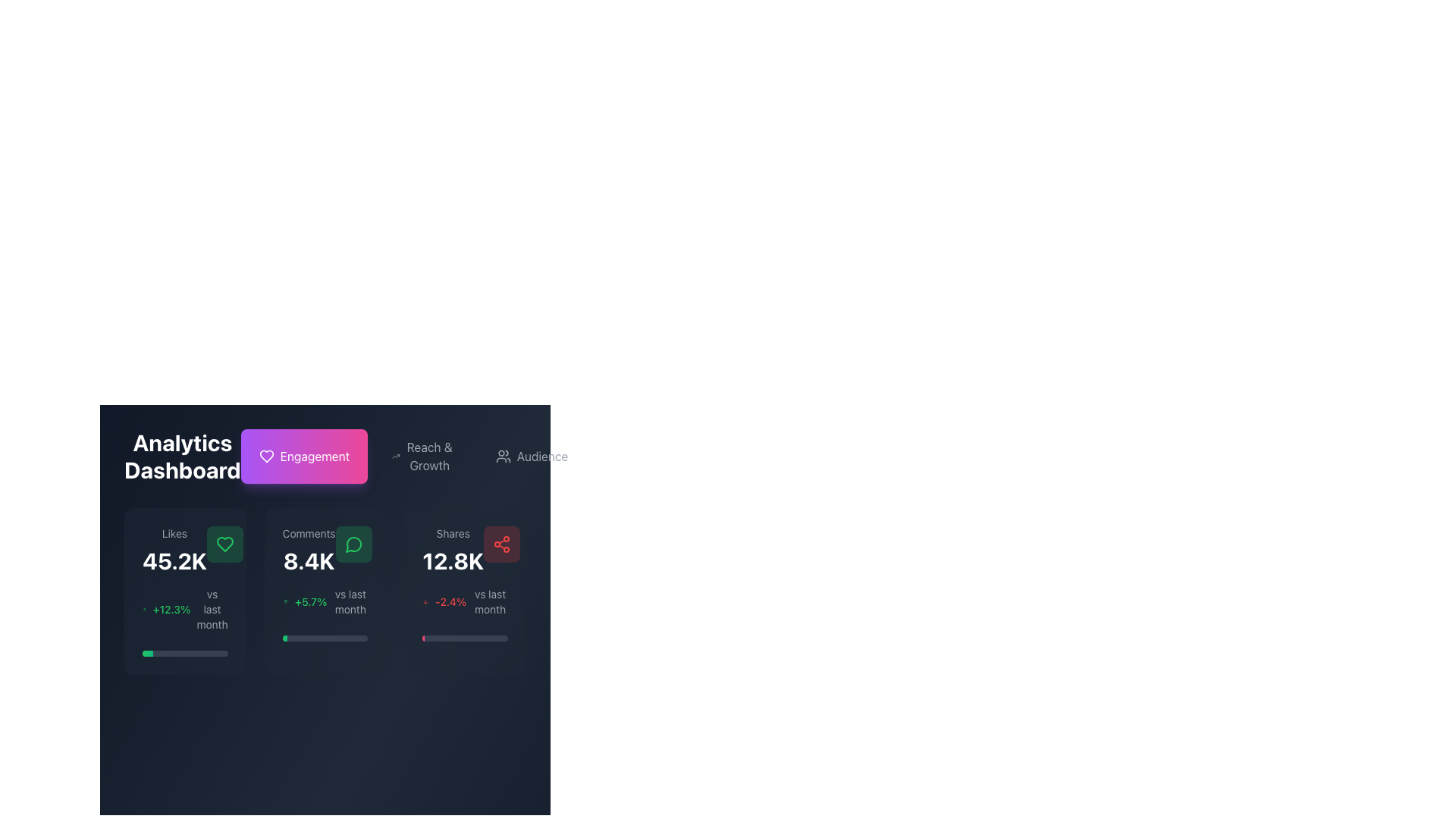 This screenshot has width=1456, height=819. I want to click on the graphical speech bubble icon representing the 'Comments' metric, so click(352, 544).